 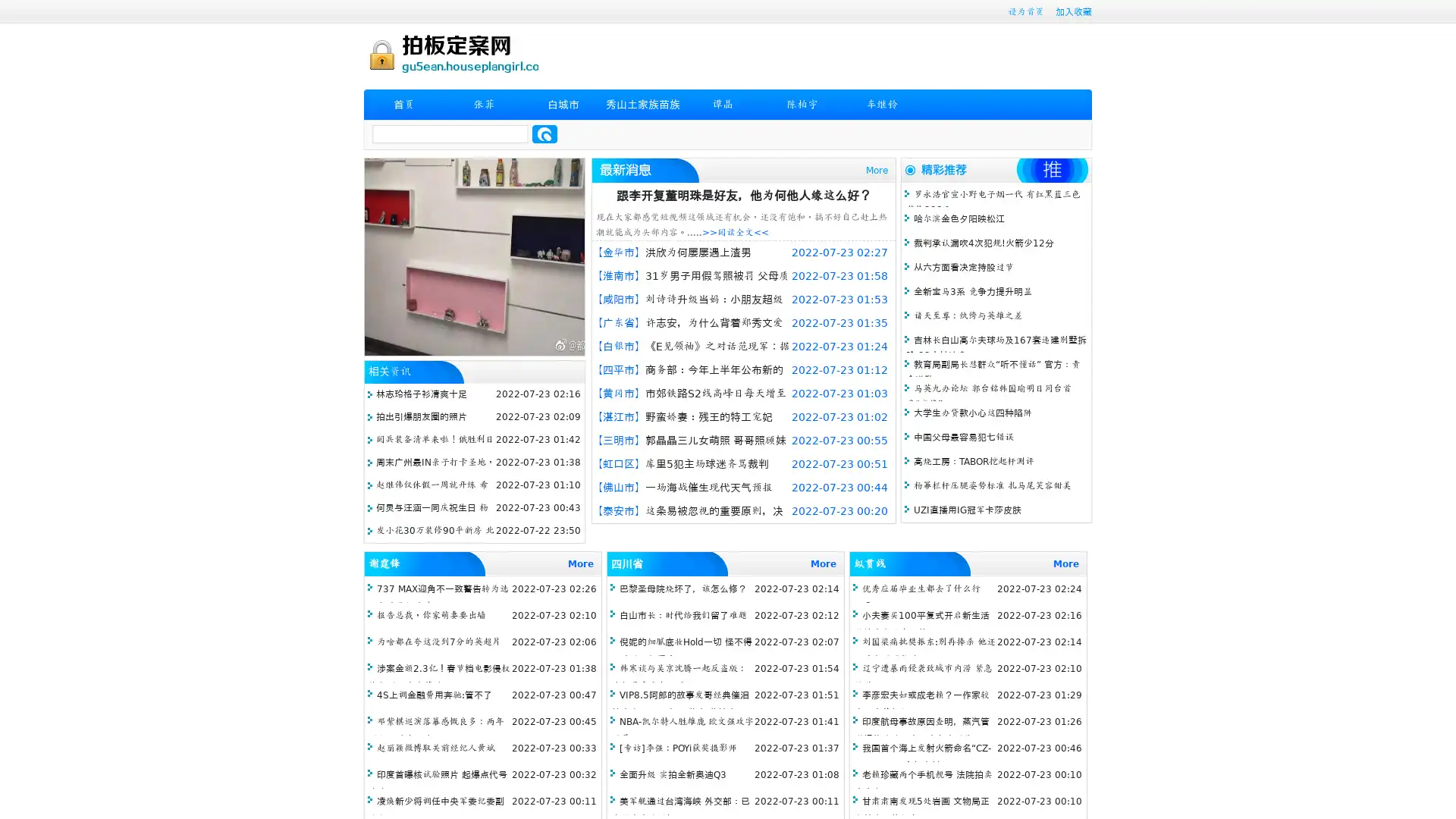 I want to click on Search, so click(x=544, y=133).